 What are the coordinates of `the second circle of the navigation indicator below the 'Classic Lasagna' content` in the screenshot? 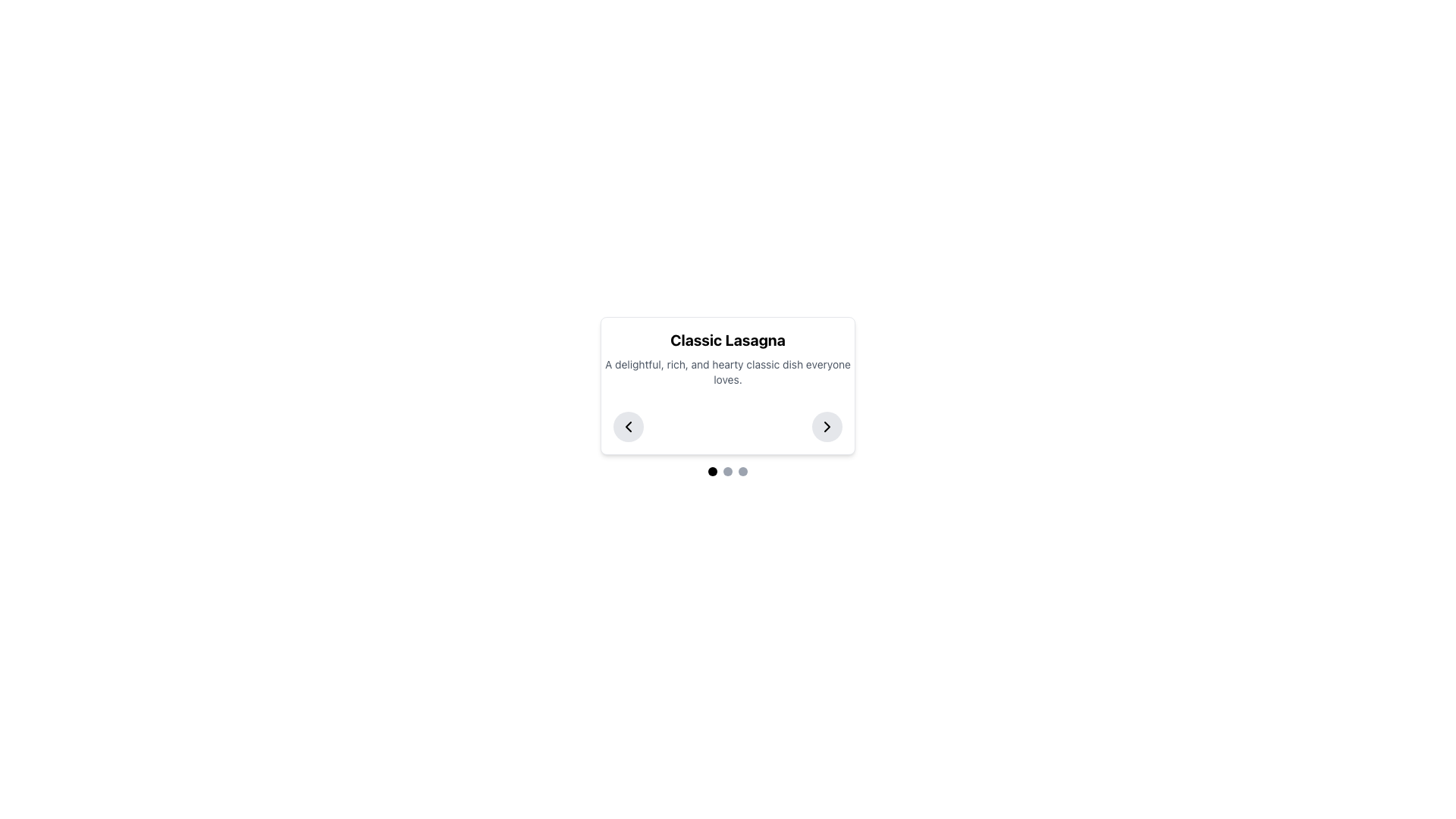 It's located at (728, 470).